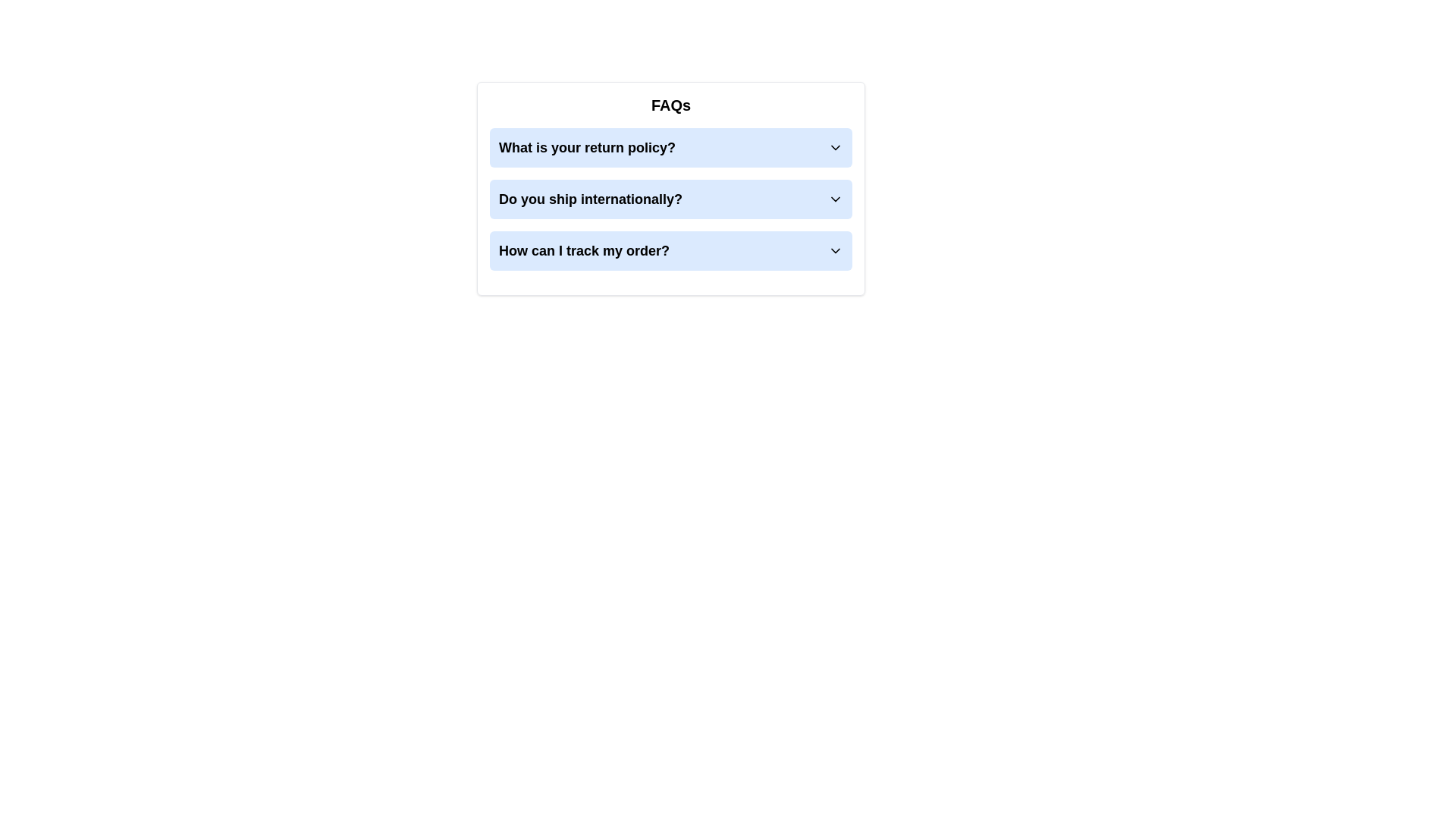 Image resolution: width=1456 pixels, height=819 pixels. Describe the element at coordinates (670, 198) in the screenshot. I see `the button labeled 'Do you ship internationally?' with a light blue background` at that location.